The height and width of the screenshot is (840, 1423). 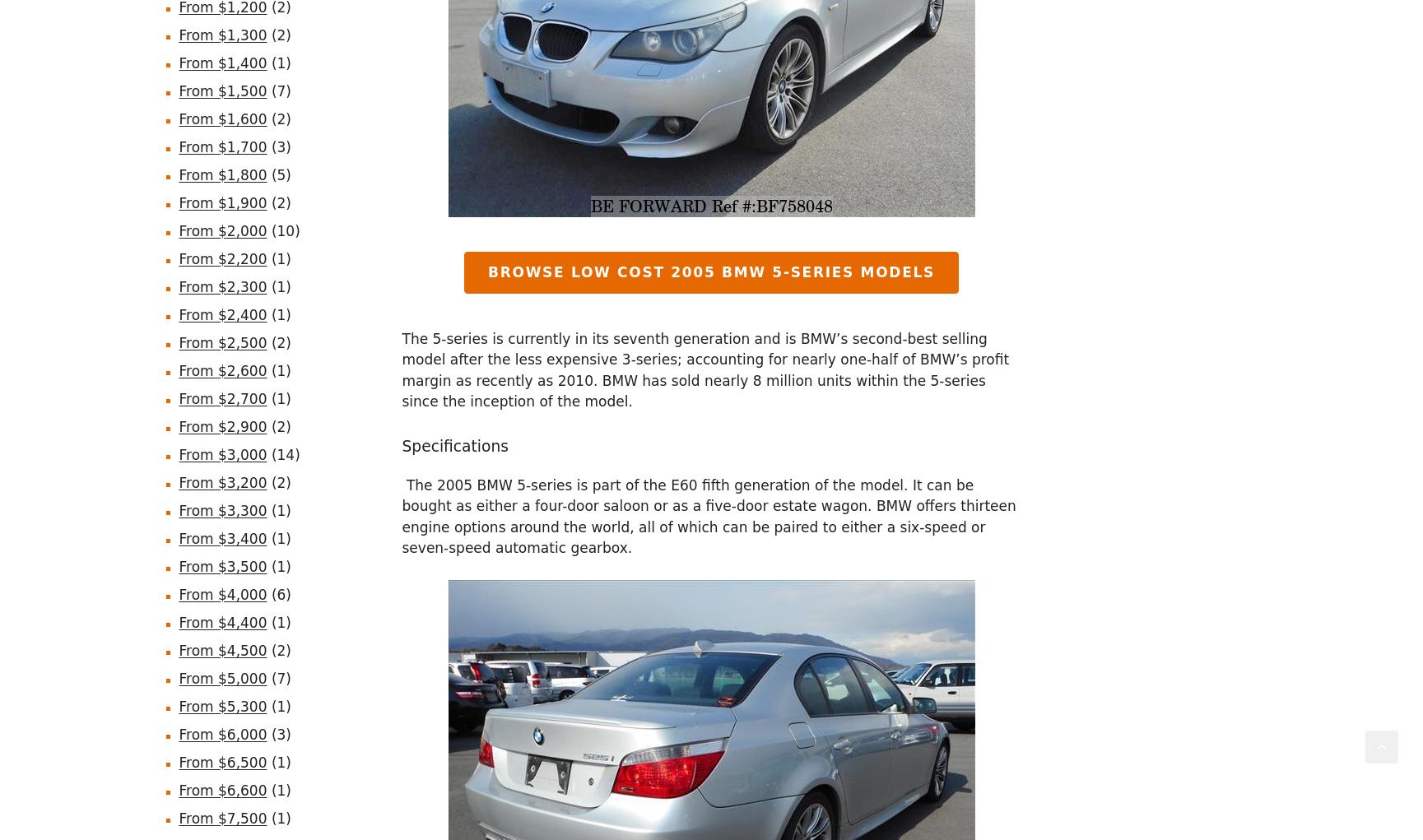 What do you see at coordinates (177, 174) in the screenshot?
I see `'From $1,800'` at bounding box center [177, 174].